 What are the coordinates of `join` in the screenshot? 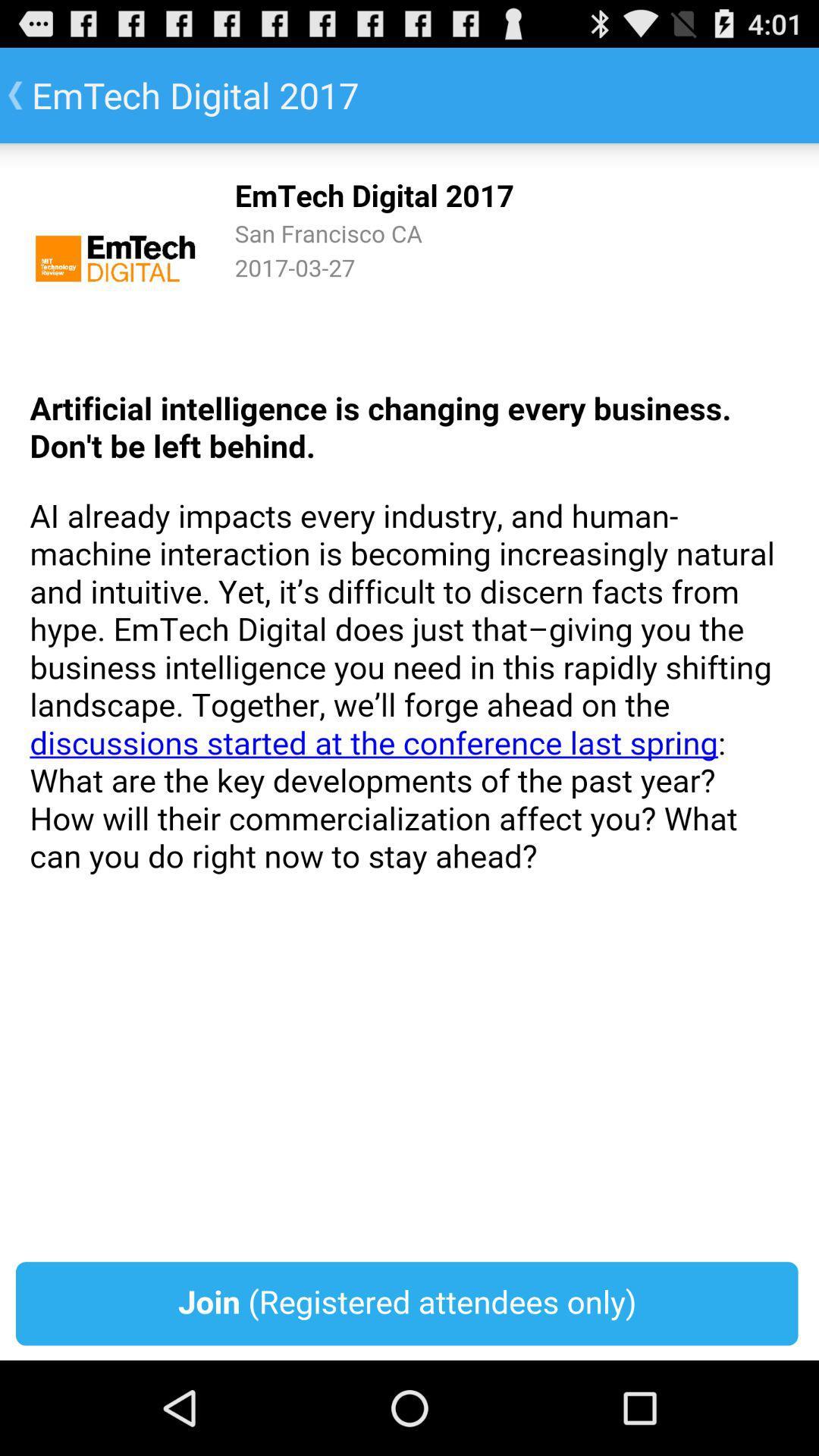 It's located at (409, 752).